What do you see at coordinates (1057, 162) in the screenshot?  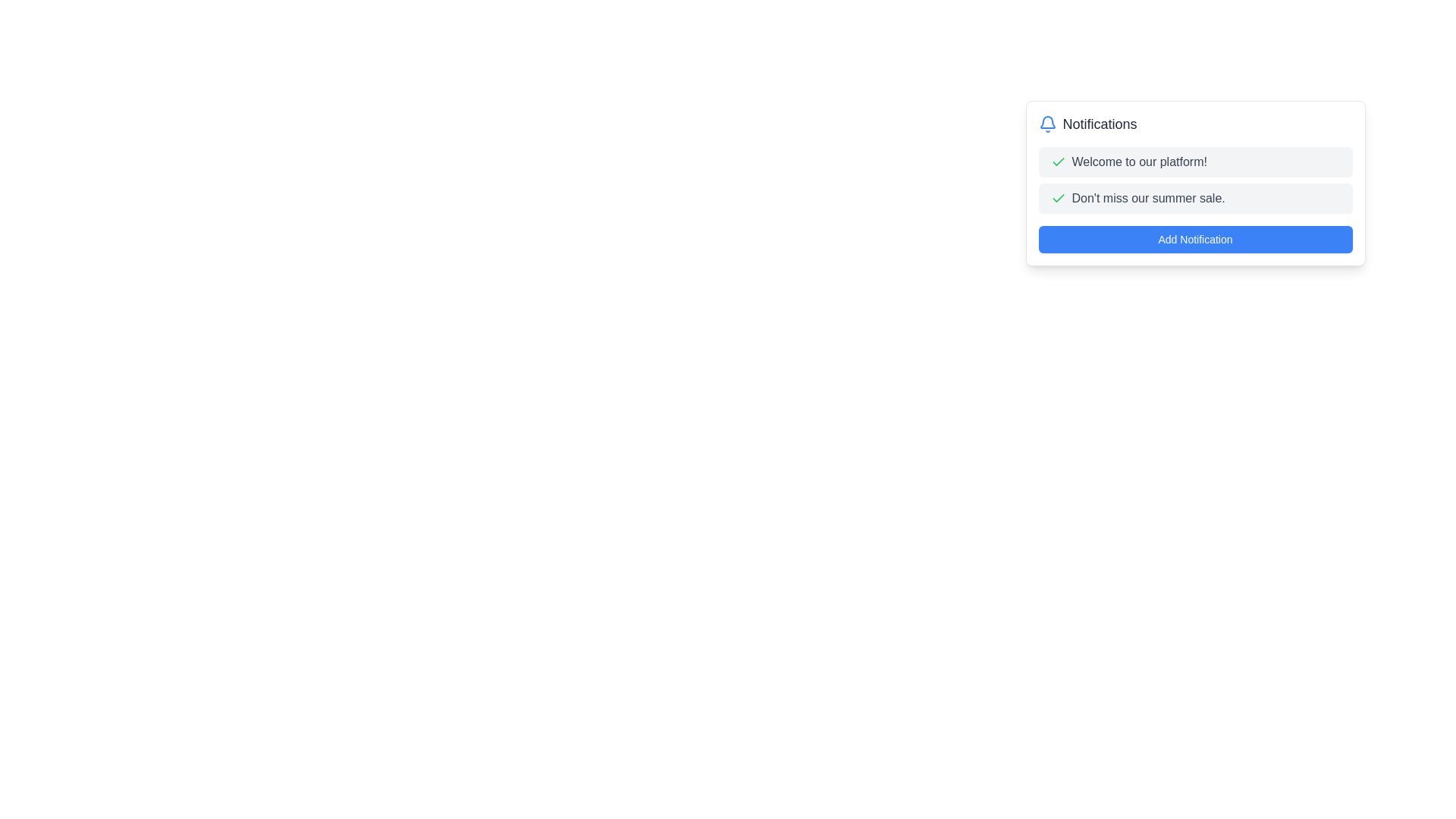 I see `the icon indicating that the associated notification has been acknowledged or approved, located in the first row of the notification dropdown, before the 'Welcome to our platform!' text` at bounding box center [1057, 162].